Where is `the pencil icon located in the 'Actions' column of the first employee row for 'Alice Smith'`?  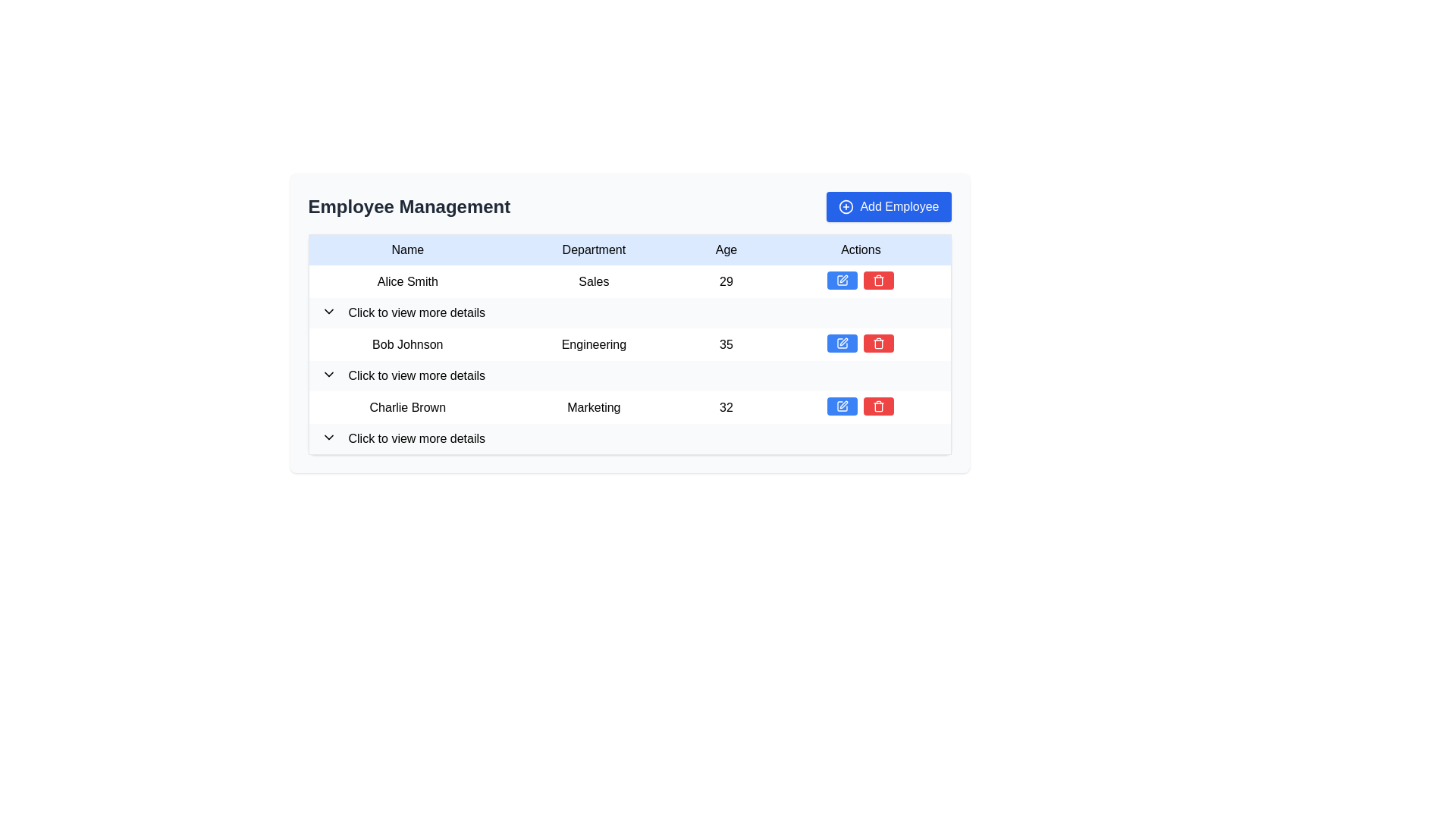 the pencil icon located in the 'Actions' column of the first employee row for 'Alice Smith' is located at coordinates (843, 278).